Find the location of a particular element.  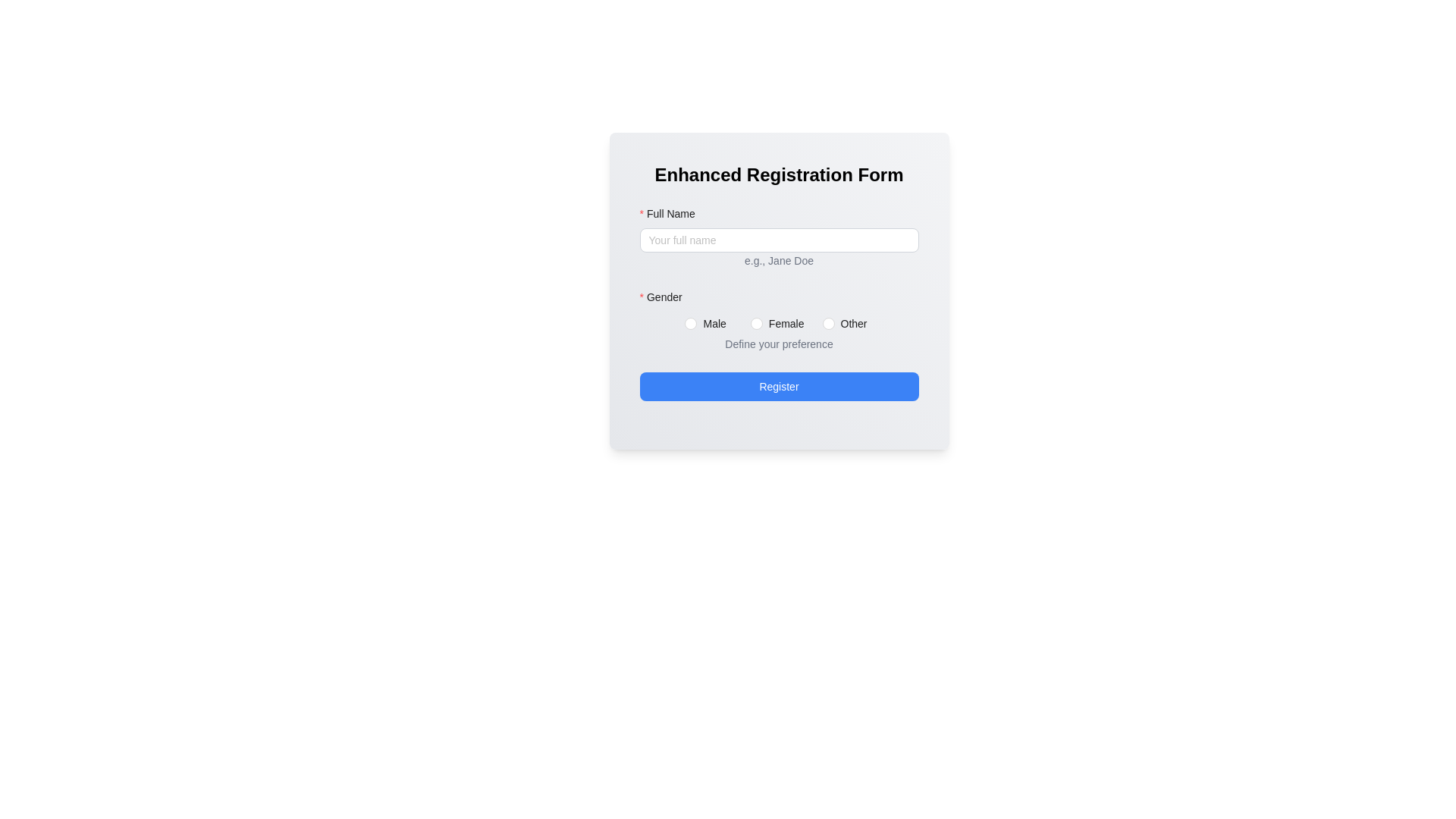

the Text Label or Heading that serves as the title for the registration form, positioned at the upper portion of the box in the center of the interface is located at coordinates (779, 174).